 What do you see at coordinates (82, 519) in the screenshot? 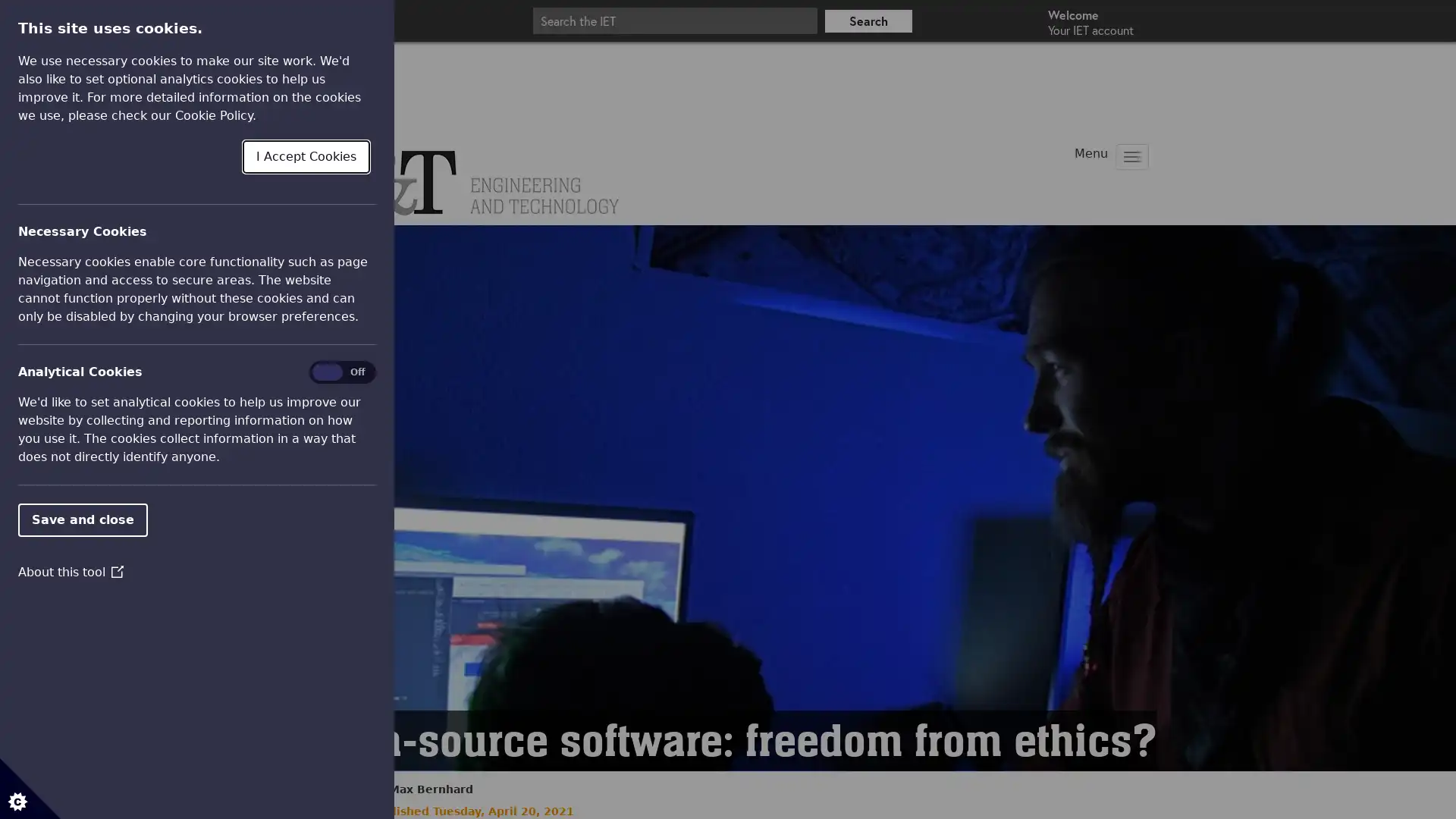
I see `Save and close` at bounding box center [82, 519].